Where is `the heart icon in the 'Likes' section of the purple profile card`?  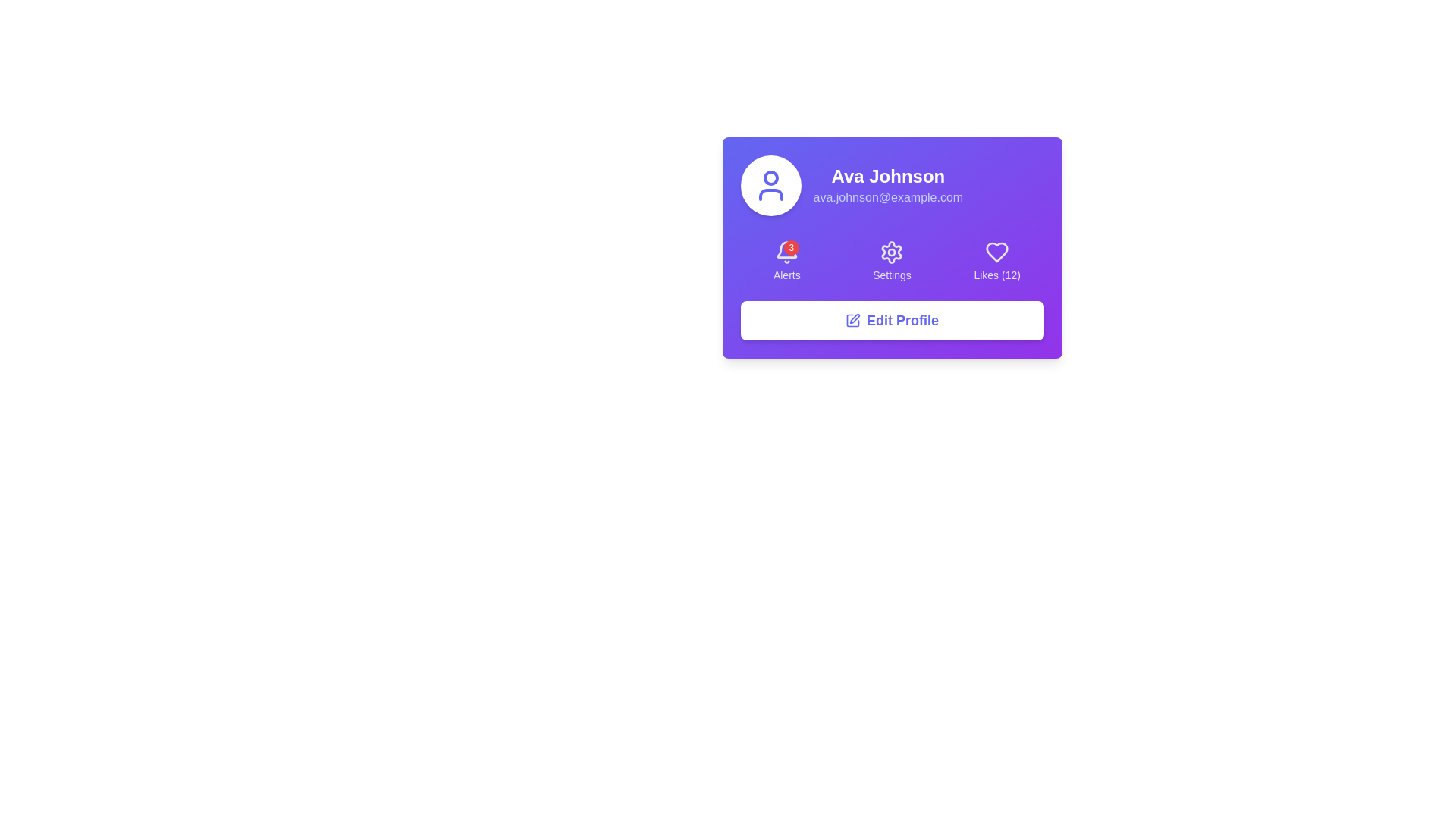
the heart icon in the 'Likes' section of the purple profile card is located at coordinates (997, 251).